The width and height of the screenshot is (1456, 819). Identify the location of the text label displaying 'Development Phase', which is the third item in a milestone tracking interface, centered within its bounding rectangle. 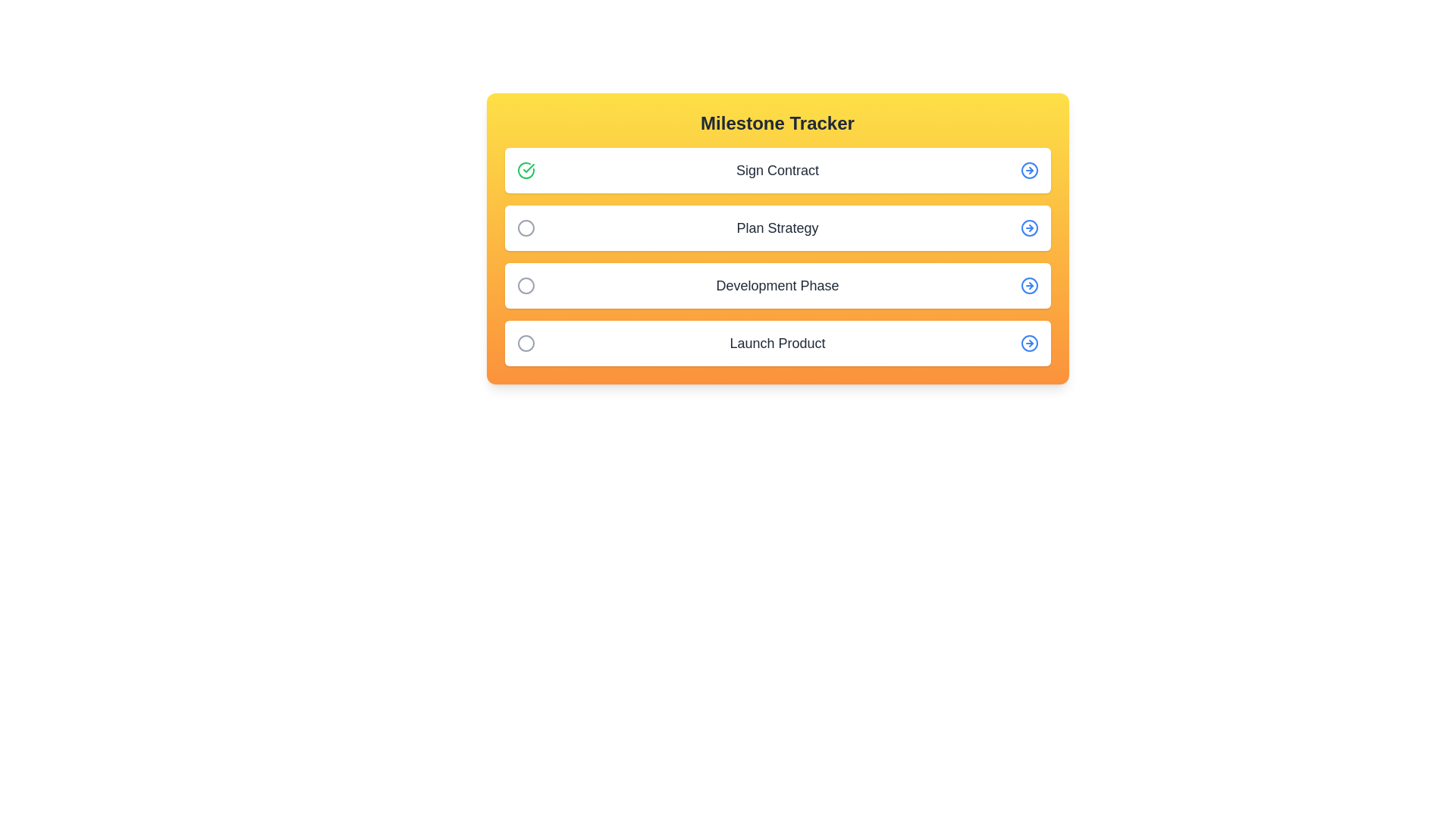
(777, 286).